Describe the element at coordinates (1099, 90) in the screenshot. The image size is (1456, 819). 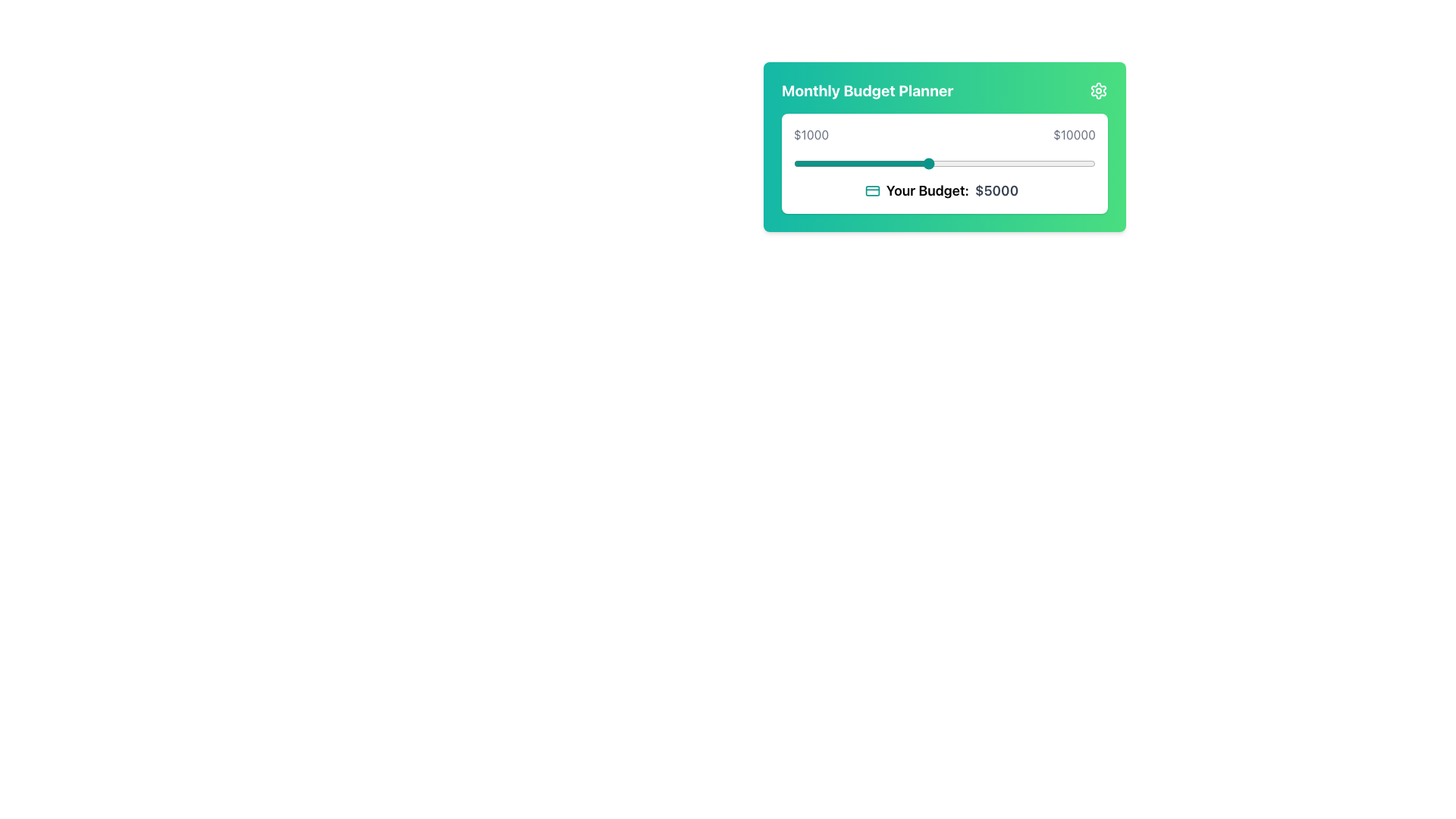
I see `the center of the settings icon located in the top-right corner of the 'Monthly Budget Planner' card` at that location.